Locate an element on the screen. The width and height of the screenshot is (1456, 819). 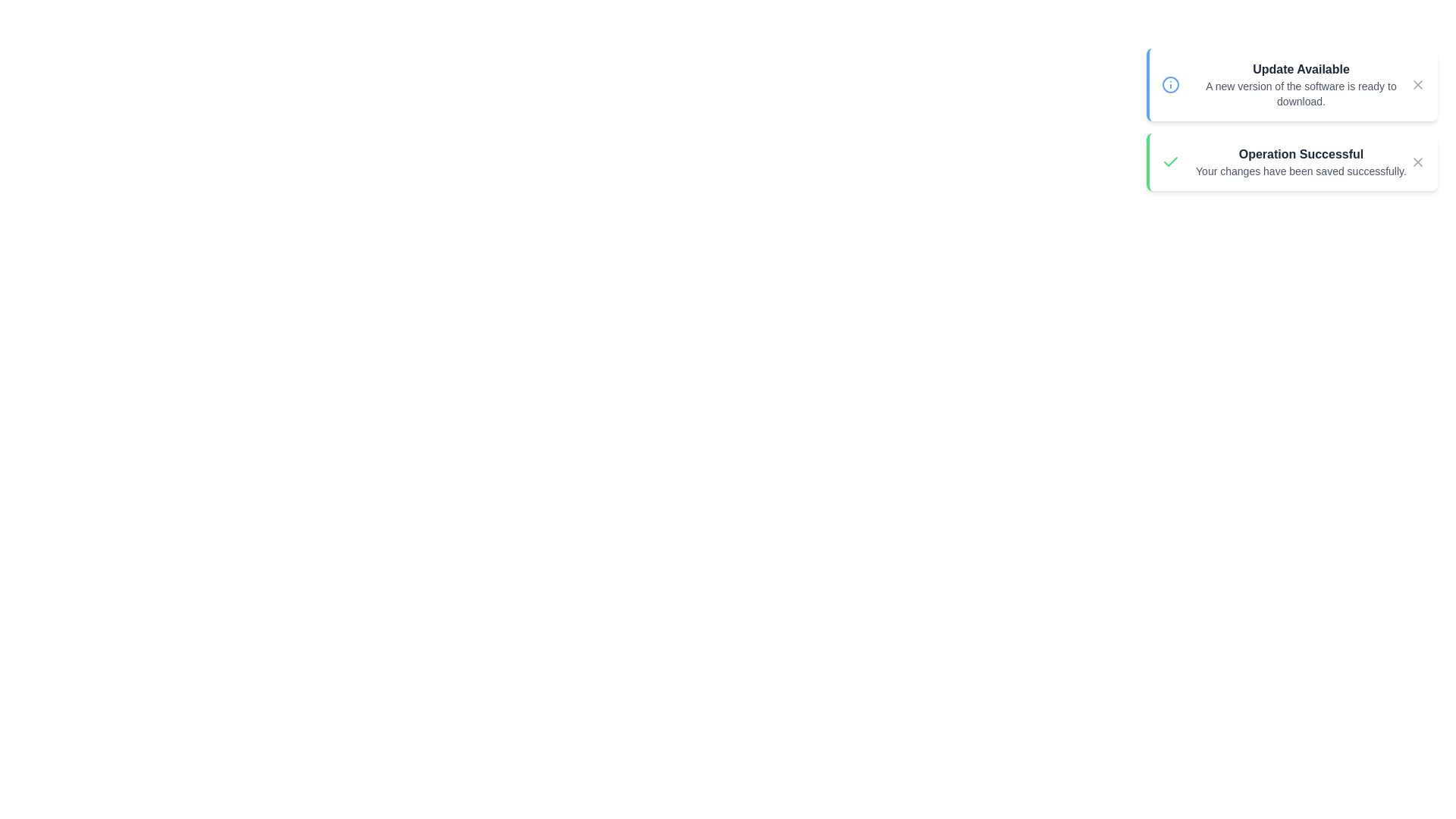
the Text Label displaying the message 'Your changes have been saved successfully.' located in the notification card in the top-right section of the interface is located at coordinates (1301, 171).